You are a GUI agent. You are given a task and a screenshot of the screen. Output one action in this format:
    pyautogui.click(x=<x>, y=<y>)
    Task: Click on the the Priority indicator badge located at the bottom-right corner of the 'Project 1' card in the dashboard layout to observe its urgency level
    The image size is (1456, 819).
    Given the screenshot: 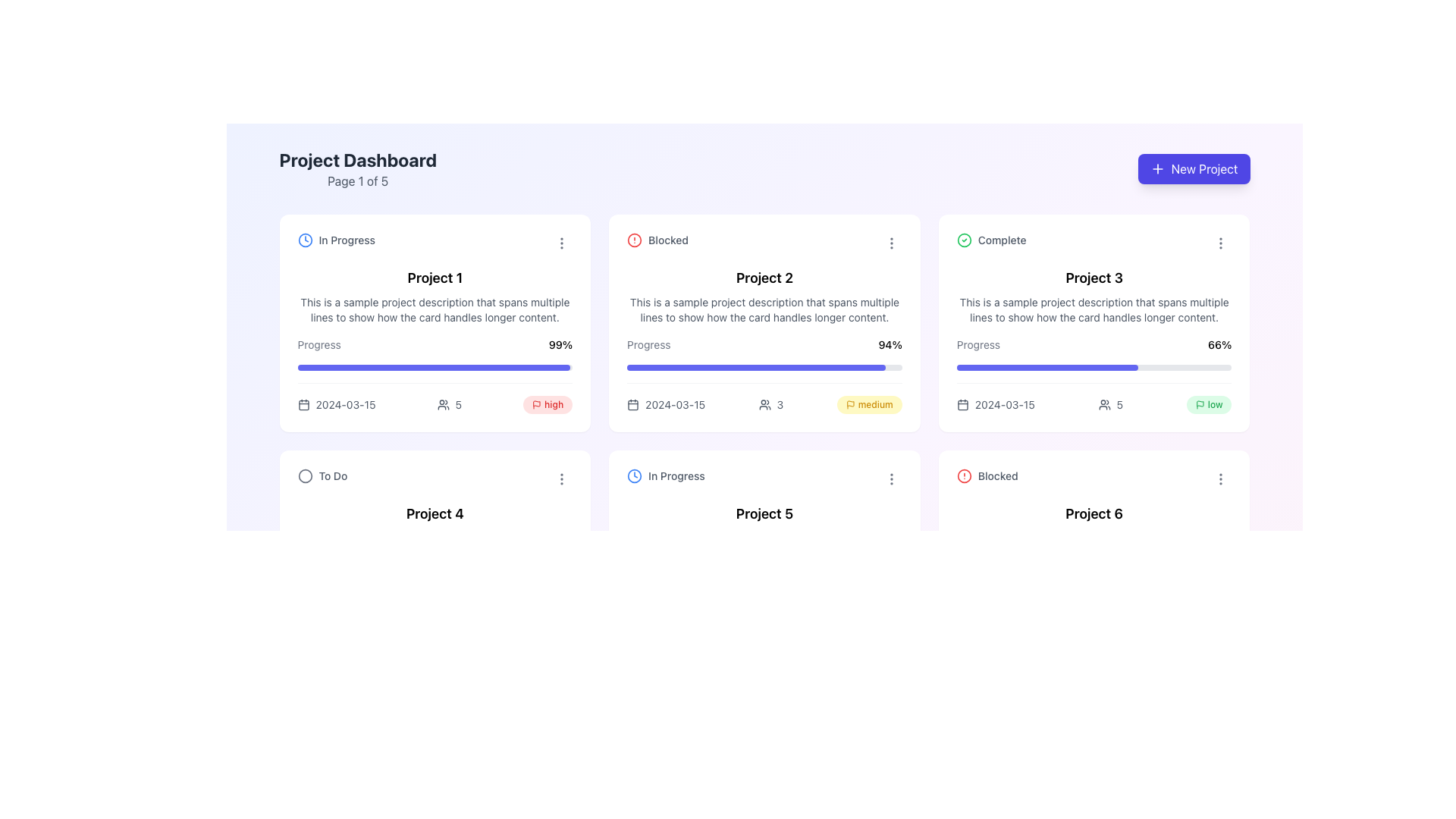 What is the action you would take?
    pyautogui.click(x=547, y=403)
    